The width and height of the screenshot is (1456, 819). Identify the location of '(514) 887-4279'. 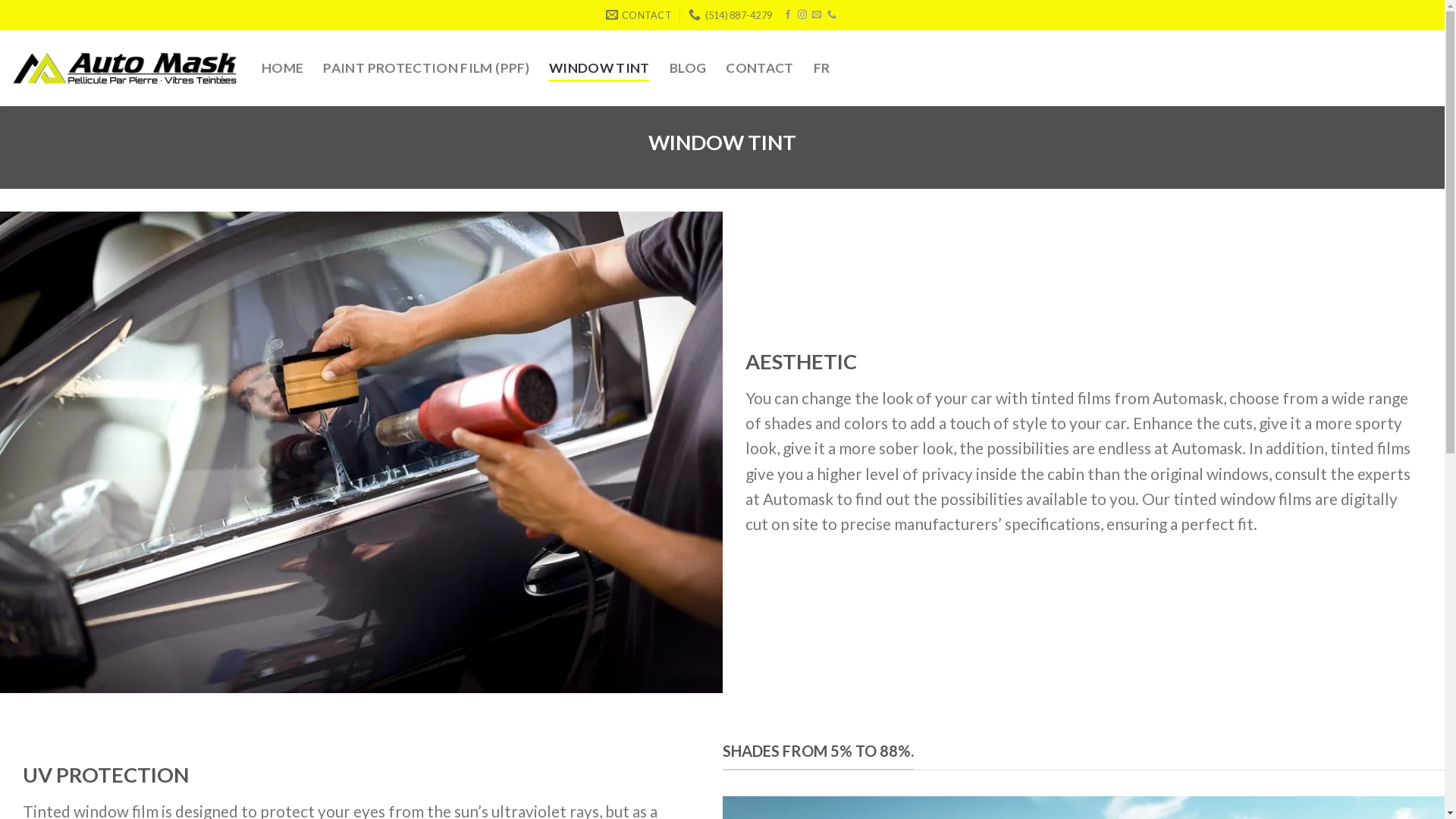
(730, 14).